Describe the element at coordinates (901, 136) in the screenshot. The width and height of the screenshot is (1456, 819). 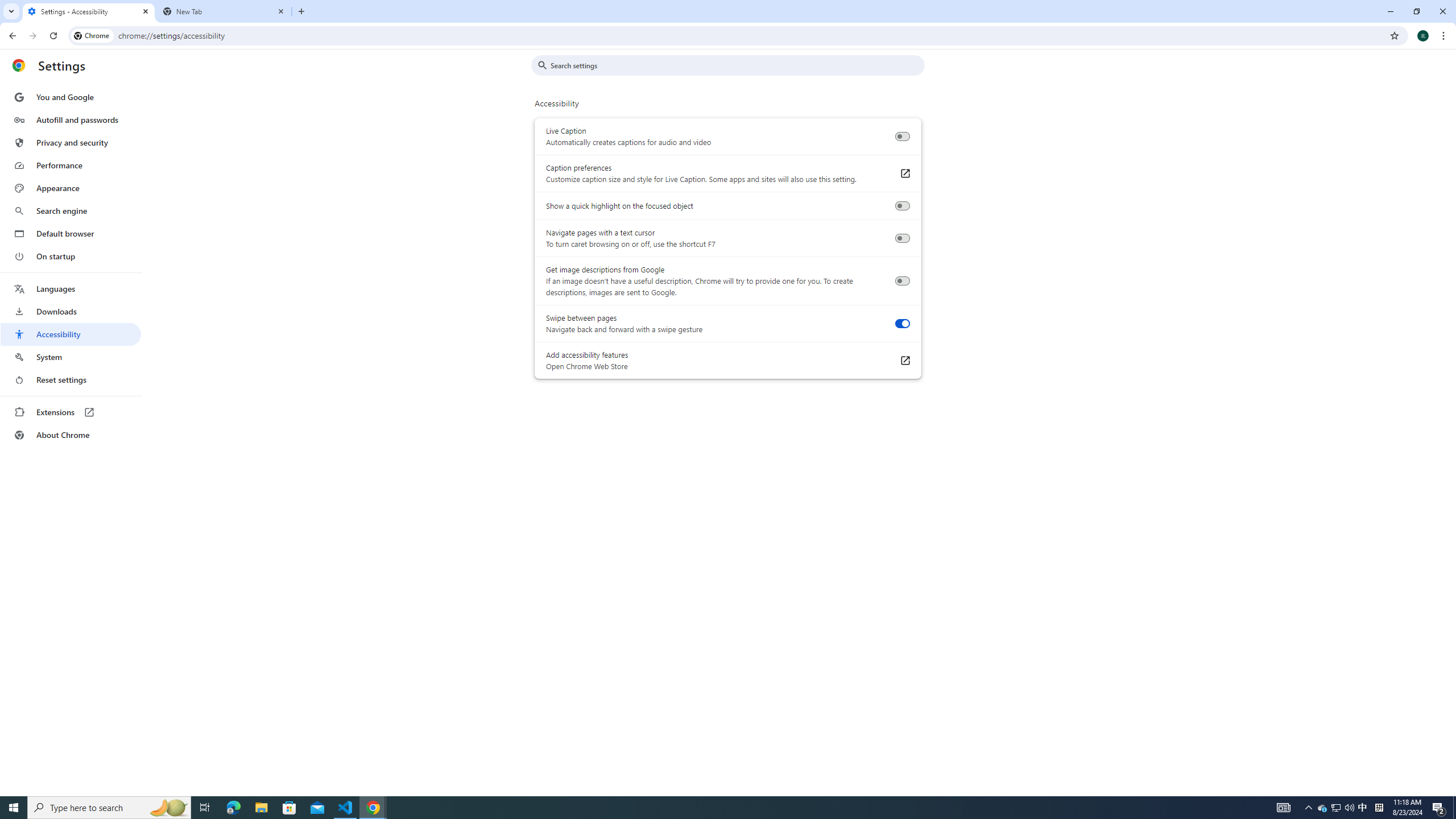
I see `'Live Caption'` at that location.